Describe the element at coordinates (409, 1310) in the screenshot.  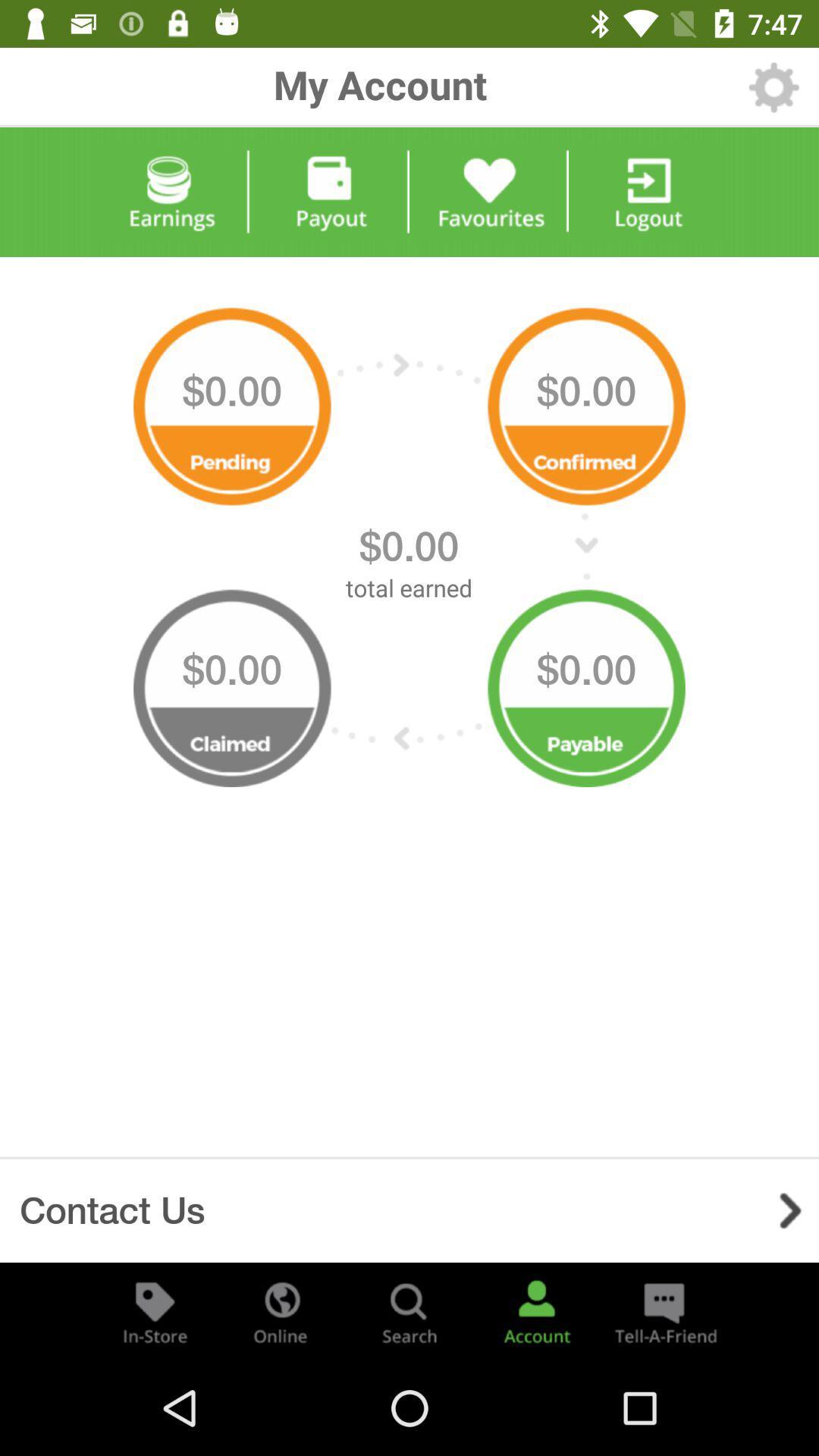
I see `search option` at that location.